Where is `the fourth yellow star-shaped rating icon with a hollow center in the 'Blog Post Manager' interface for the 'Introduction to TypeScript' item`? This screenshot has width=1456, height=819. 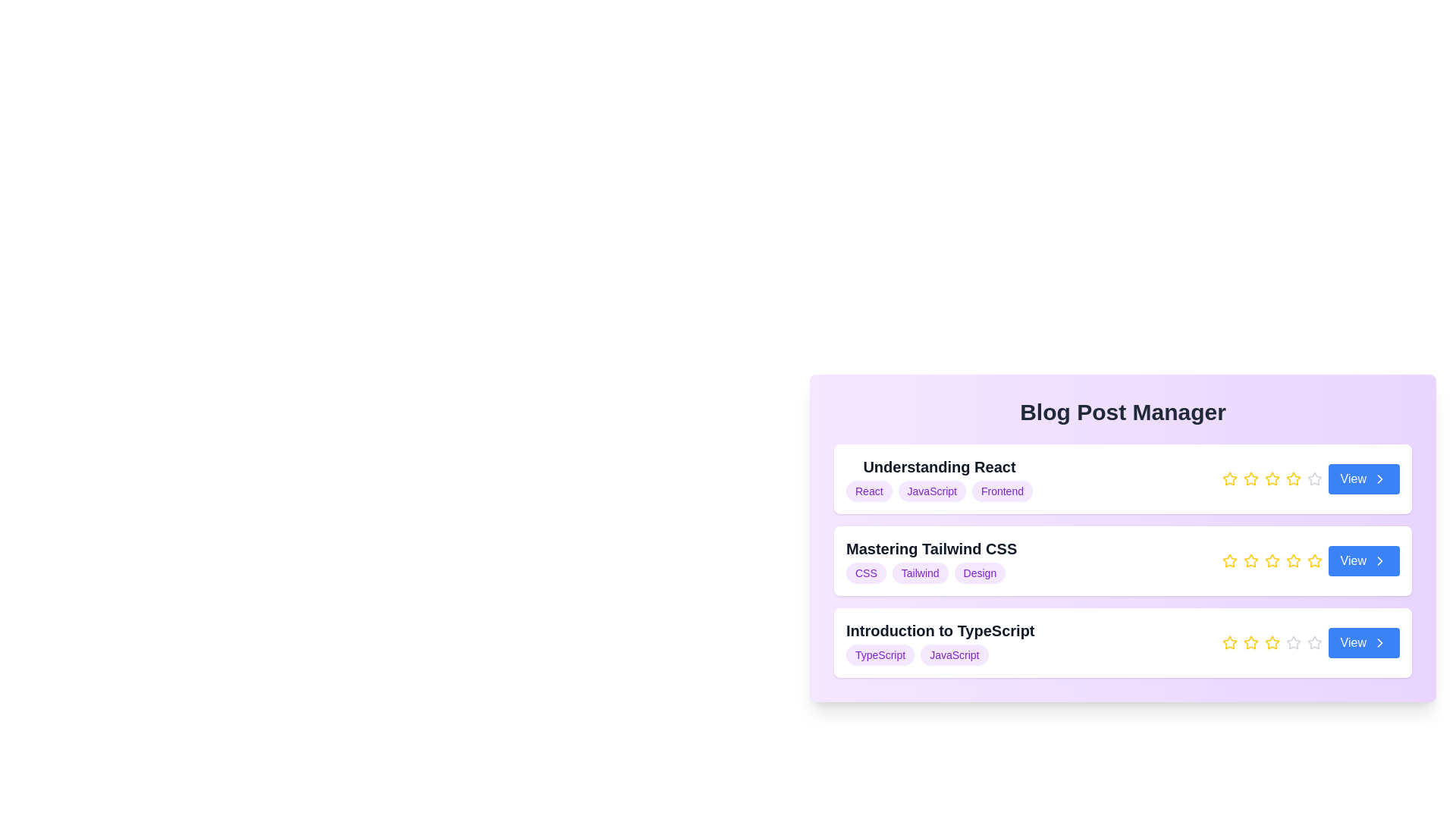 the fourth yellow star-shaped rating icon with a hollow center in the 'Blog Post Manager' interface for the 'Introduction to TypeScript' item is located at coordinates (1272, 642).